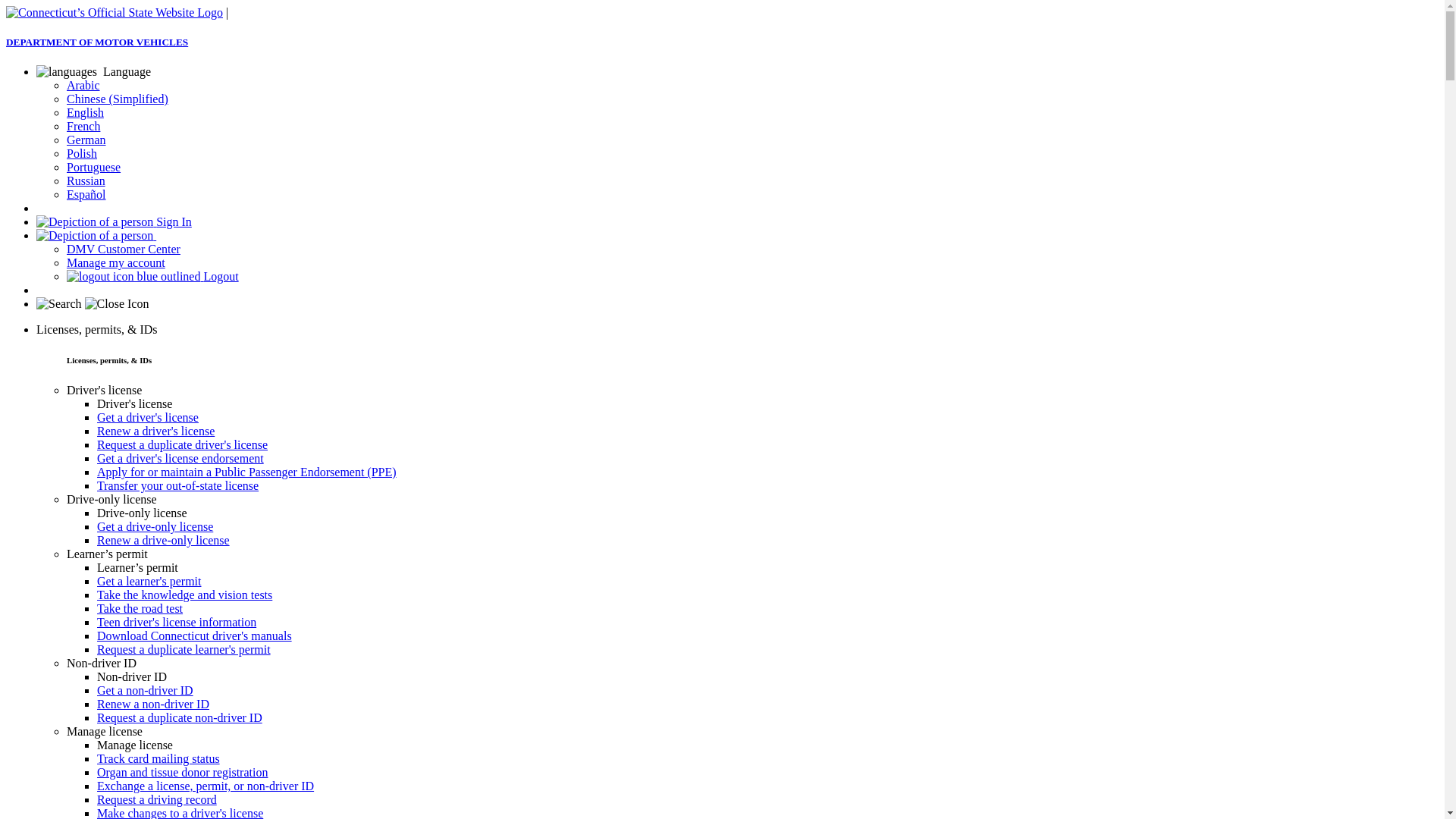 Image resolution: width=1456 pixels, height=819 pixels. I want to click on 'Transfer your out-of-state license', so click(177, 485).